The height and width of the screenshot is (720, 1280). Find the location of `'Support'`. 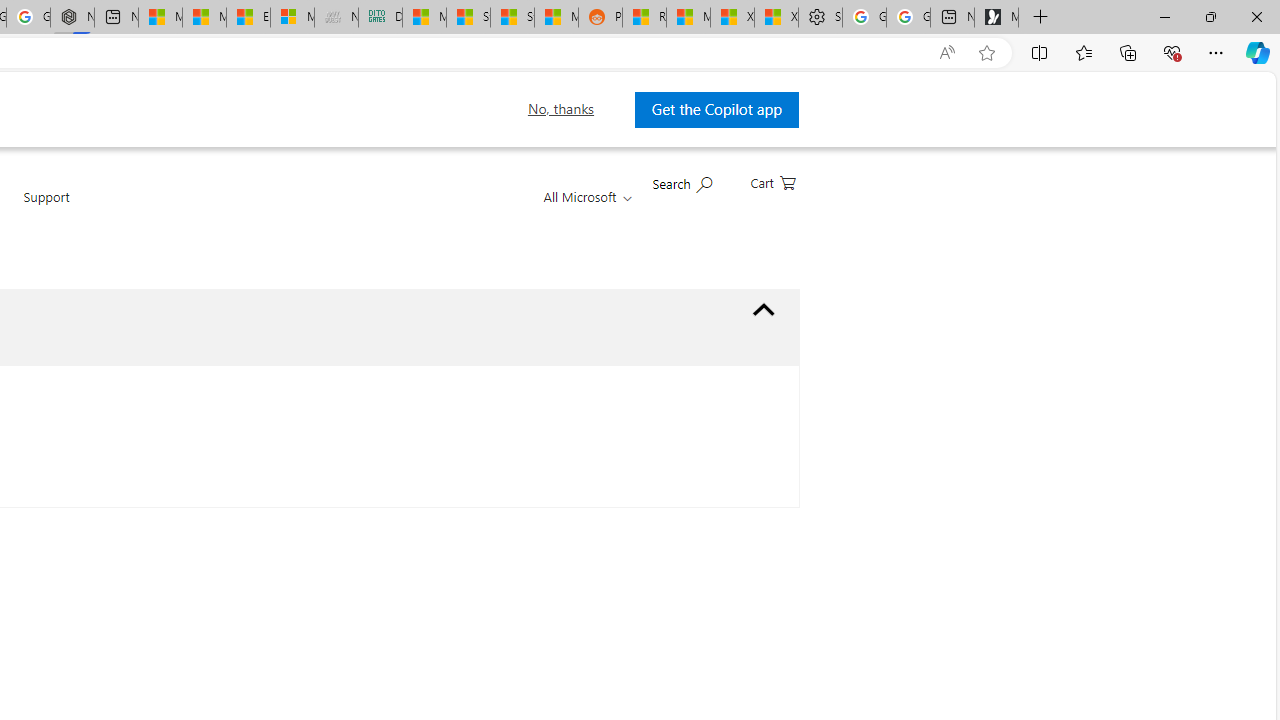

'Support' is located at coordinates (46, 209).